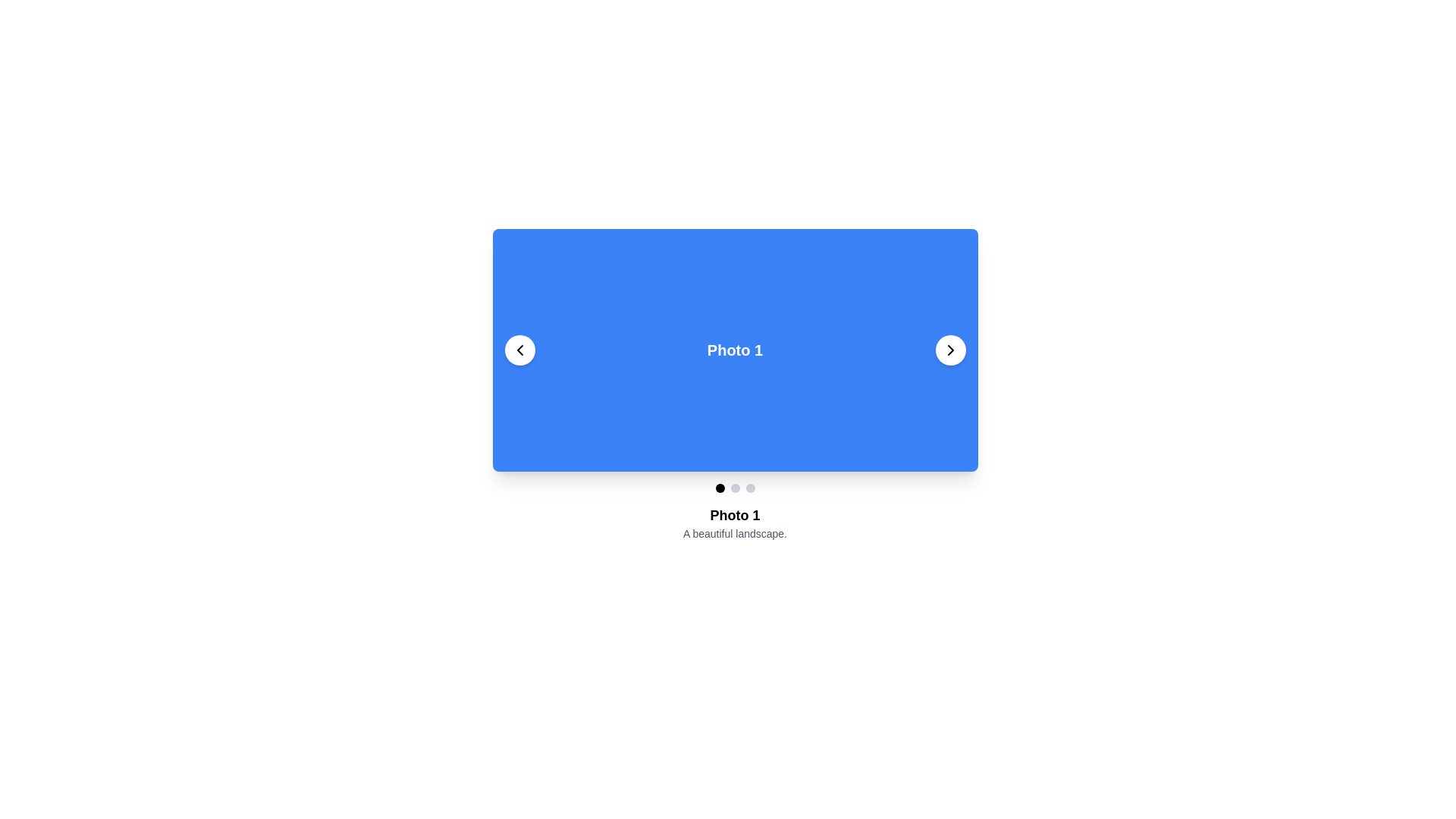 The height and width of the screenshot is (819, 1456). I want to click on the second circular pagination indicator, which is light gray and located below the blue content display area, so click(735, 488).